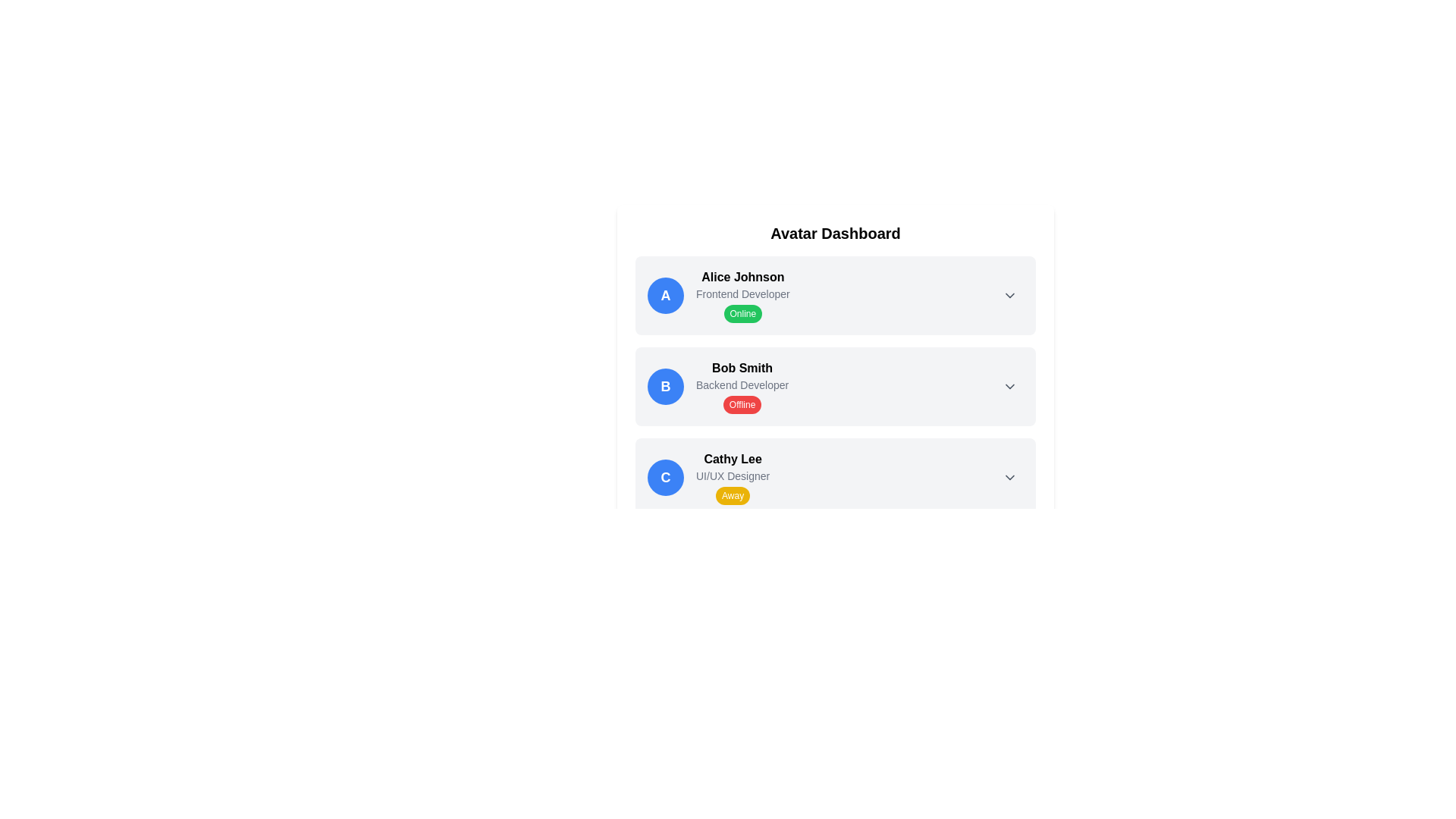 This screenshot has width=1456, height=819. Describe the element at coordinates (742, 403) in the screenshot. I see `the 'Offline' status label component, which is a small, rounded rectangular label with a red background located in the bottom-right corner of the panel associated with 'Bob Smith'` at that location.